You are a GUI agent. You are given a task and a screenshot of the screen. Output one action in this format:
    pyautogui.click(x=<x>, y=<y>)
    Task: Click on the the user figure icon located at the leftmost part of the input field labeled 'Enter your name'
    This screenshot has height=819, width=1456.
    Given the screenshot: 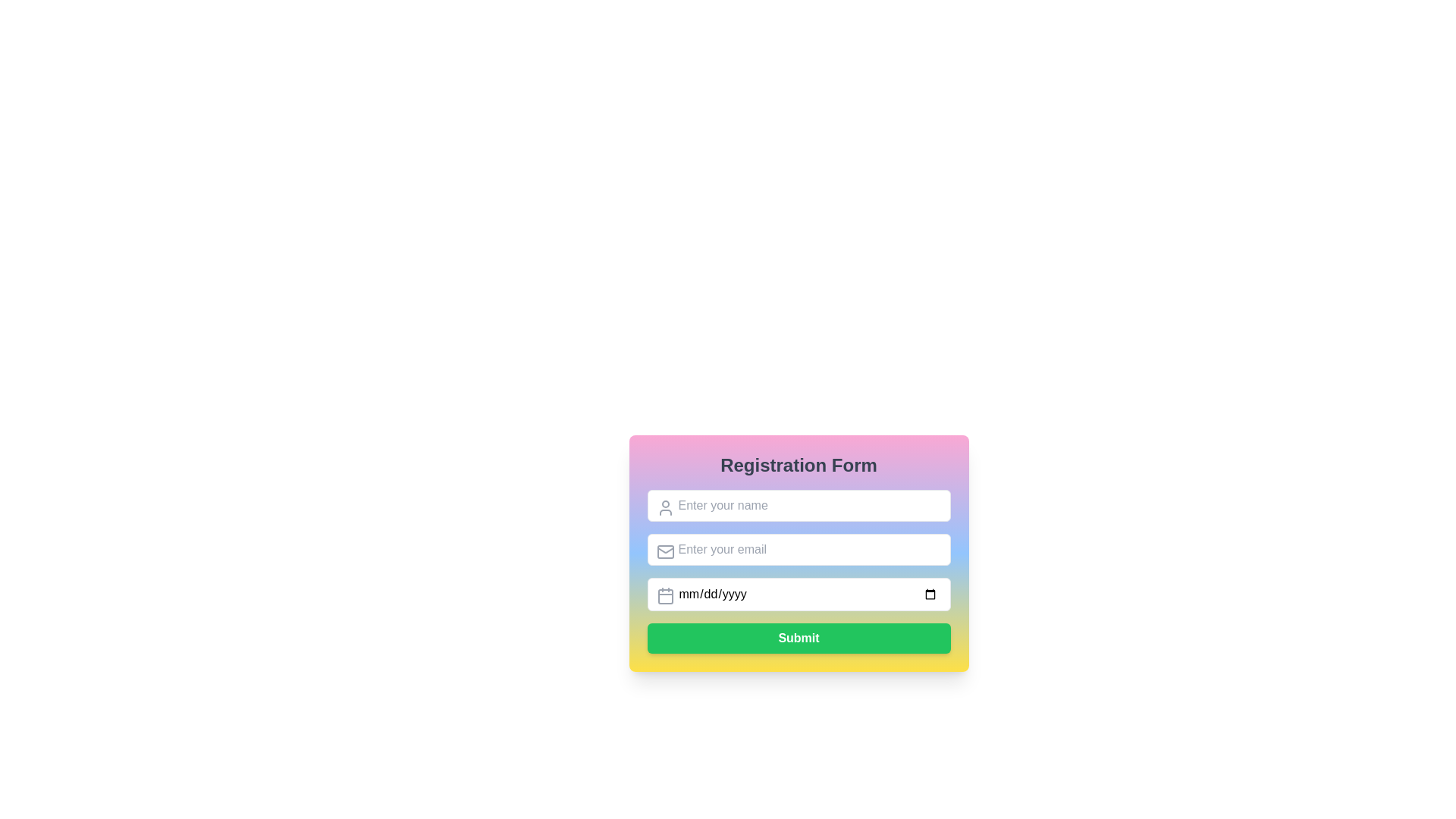 What is the action you would take?
    pyautogui.click(x=665, y=508)
    